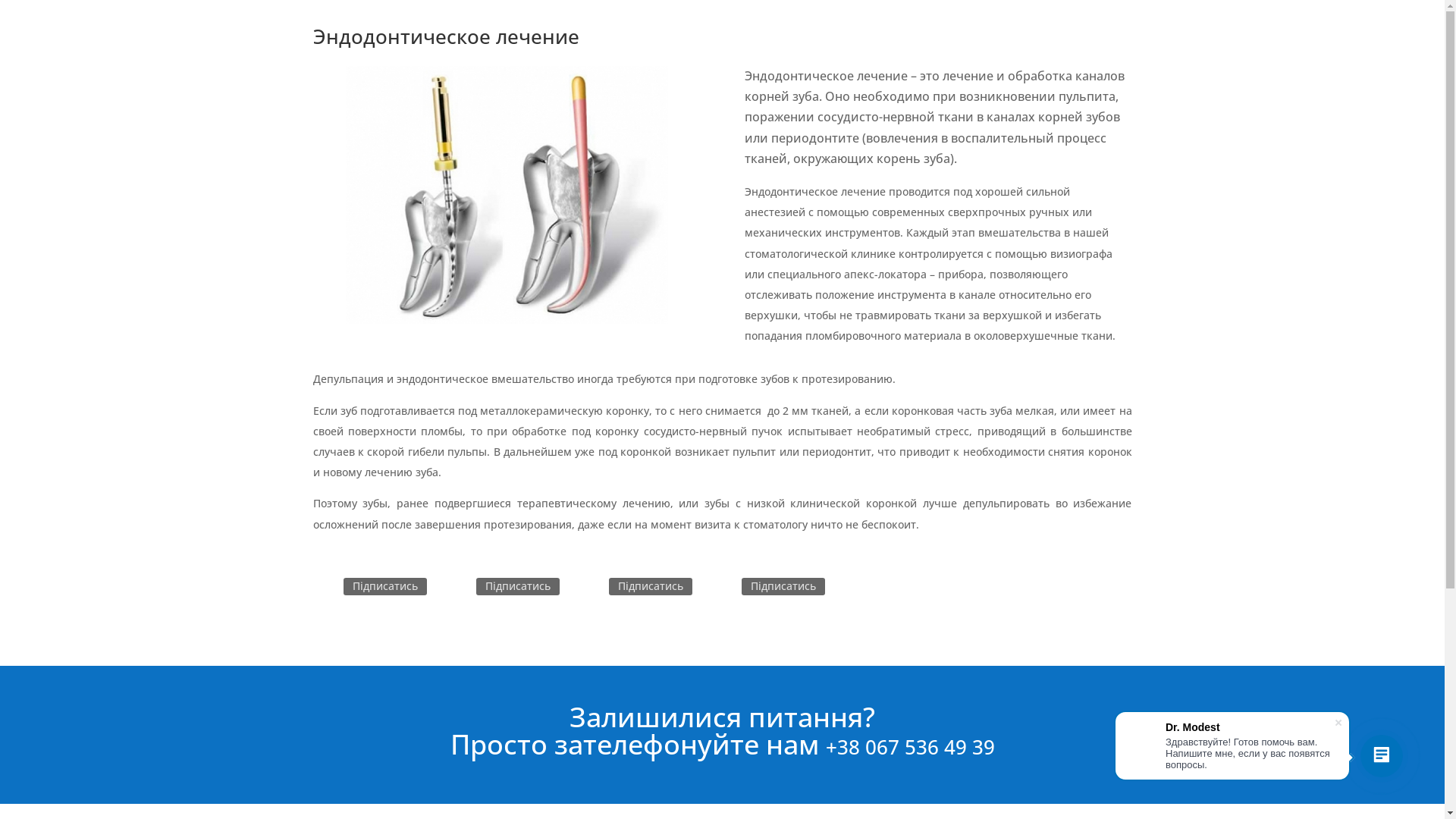  I want to click on '+38 ', so click(843, 745).